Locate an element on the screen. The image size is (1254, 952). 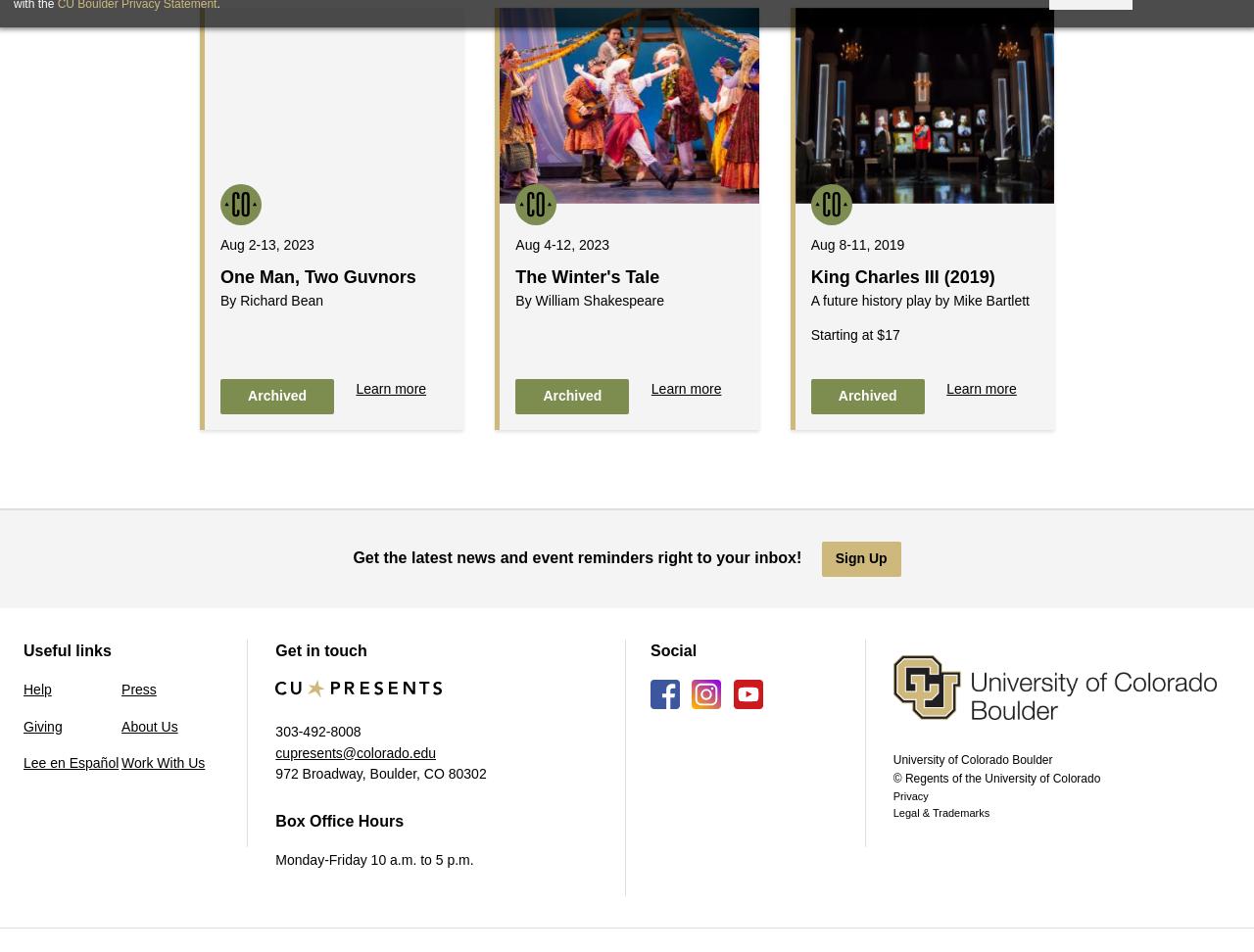
'Help' is located at coordinates (23, 688).